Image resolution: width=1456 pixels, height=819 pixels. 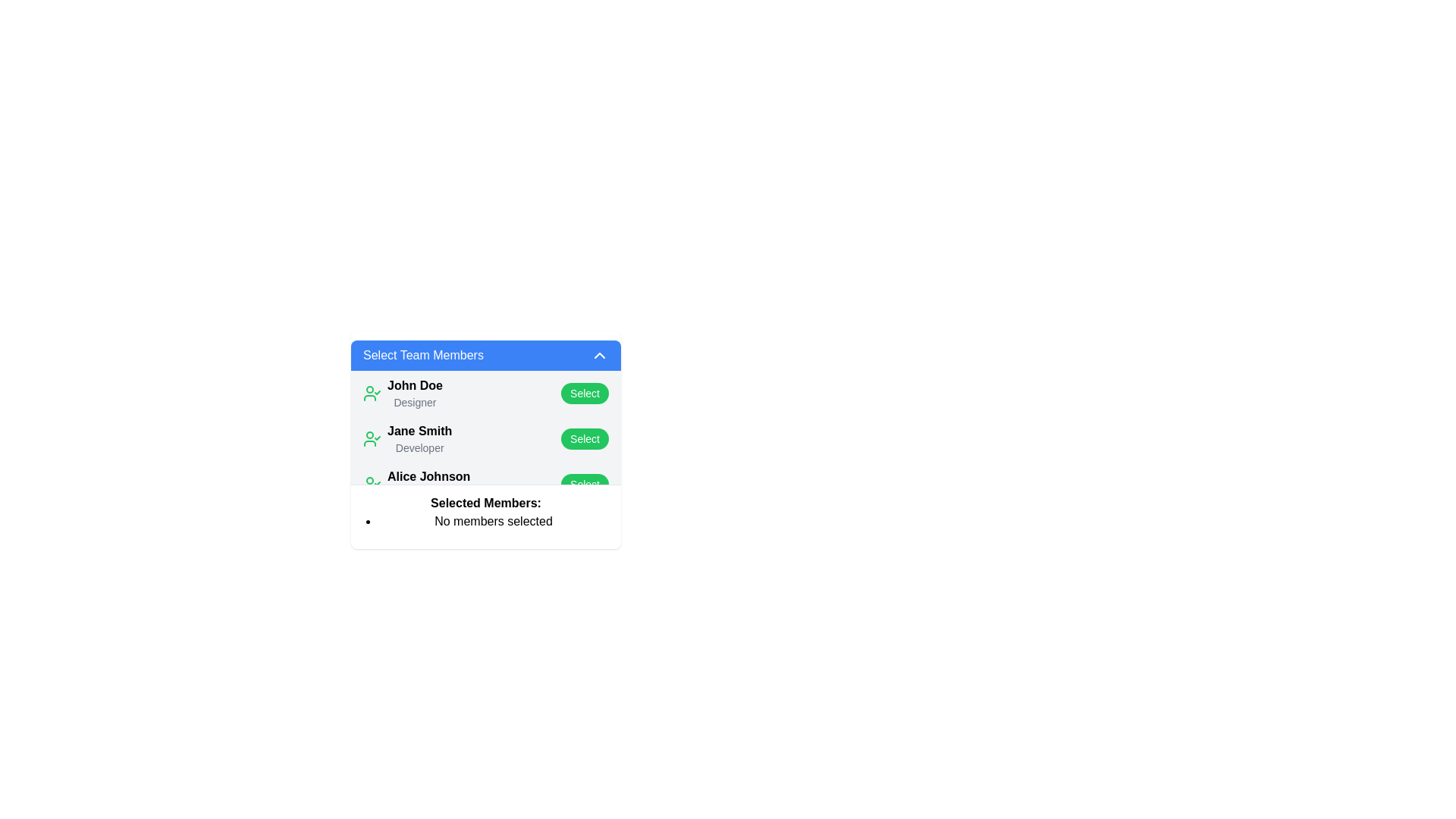 I want to click on the list item representing Alice Johnson, the Project Manager, within the 'Select Team Members' dropdown menu, so click(x=416, y=485).